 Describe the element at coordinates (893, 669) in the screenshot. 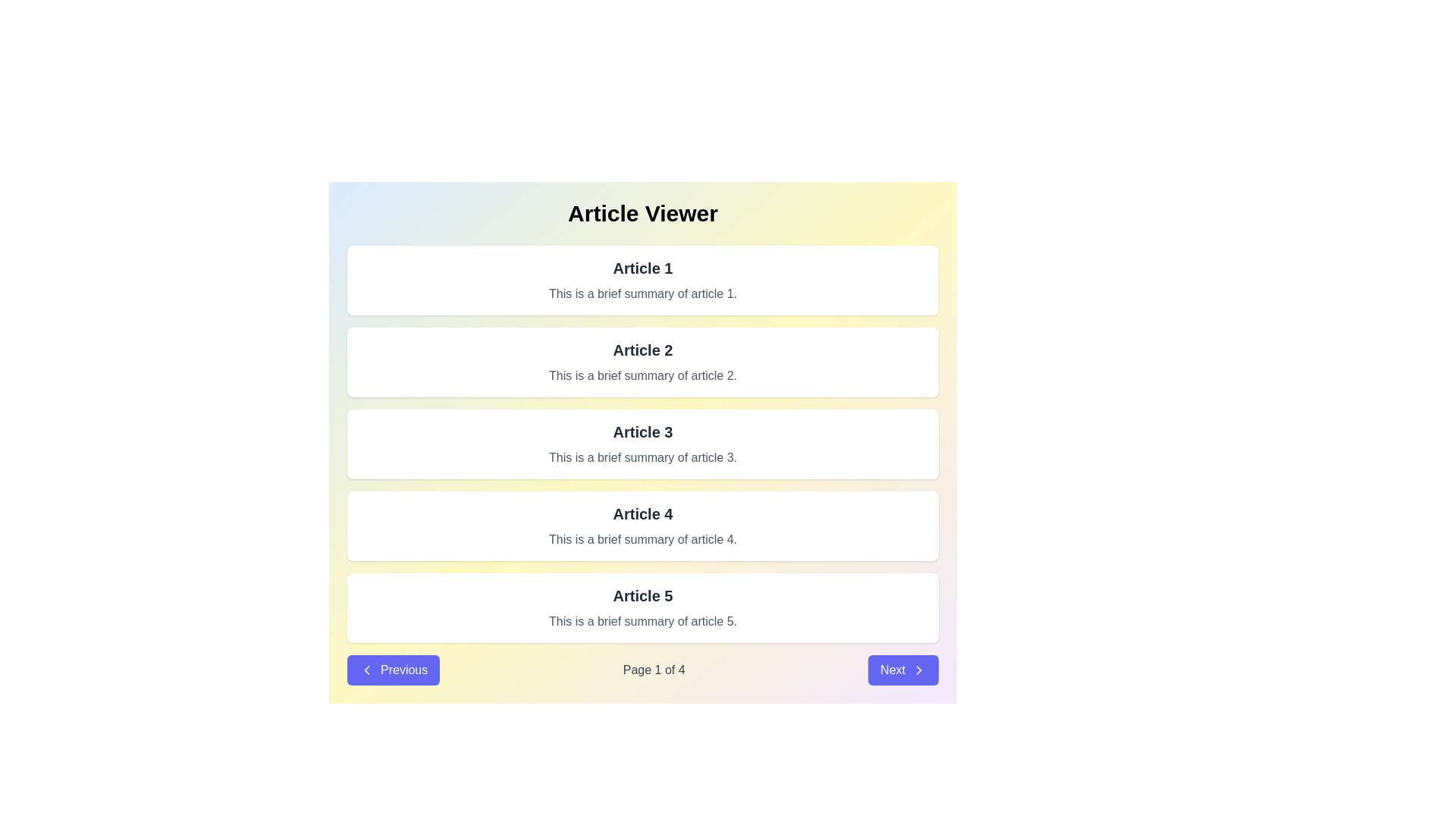

I see `text label 'Next' located at the bottom-right corner of the interface, which is part of a navigational button` at that location.